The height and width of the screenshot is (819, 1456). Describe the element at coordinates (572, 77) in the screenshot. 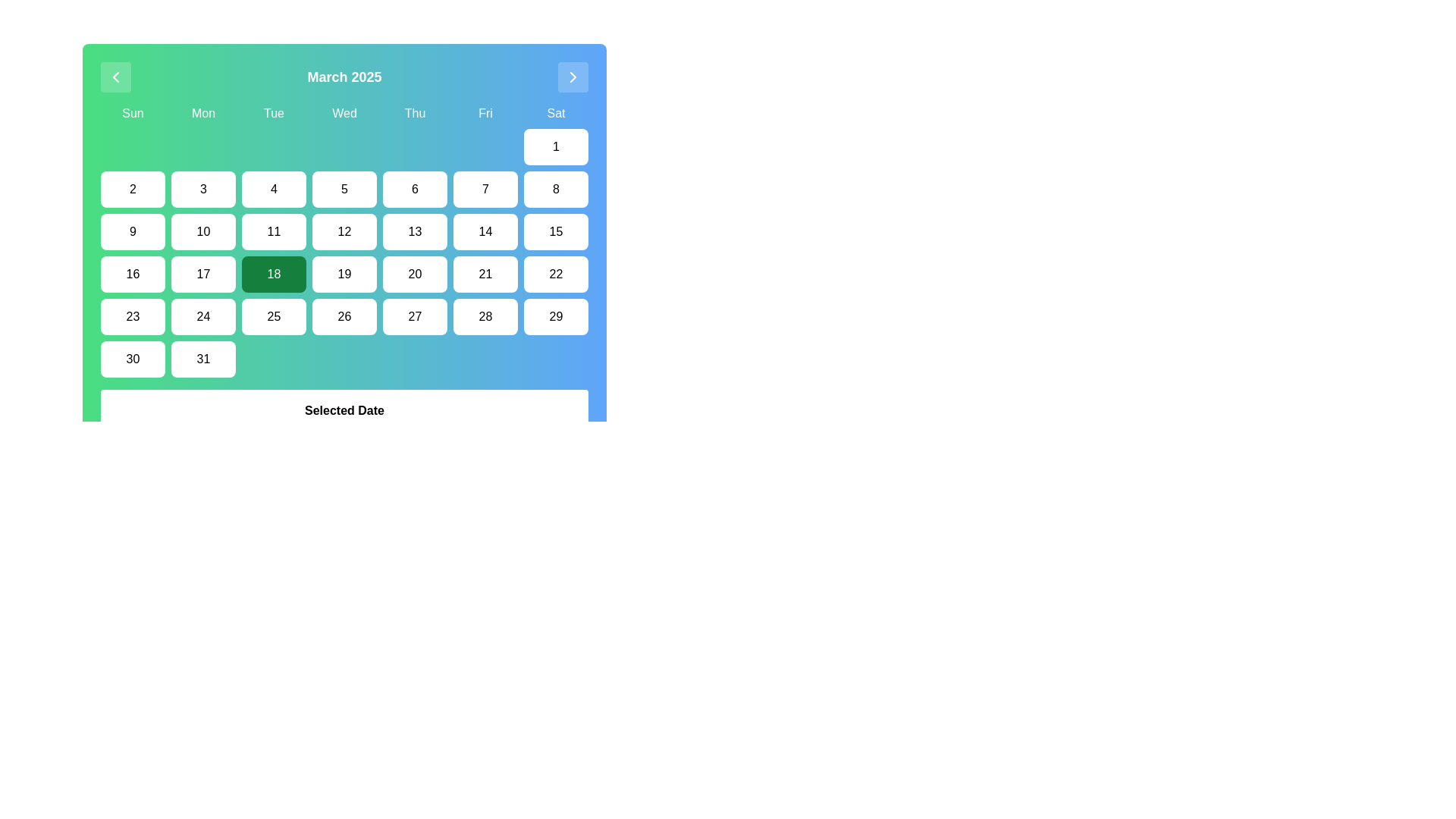

I see `the small arrow icon button with a white border and translucent background located in the top-right corner of the calendar interface adjacent to 'March 2025'` at that location.